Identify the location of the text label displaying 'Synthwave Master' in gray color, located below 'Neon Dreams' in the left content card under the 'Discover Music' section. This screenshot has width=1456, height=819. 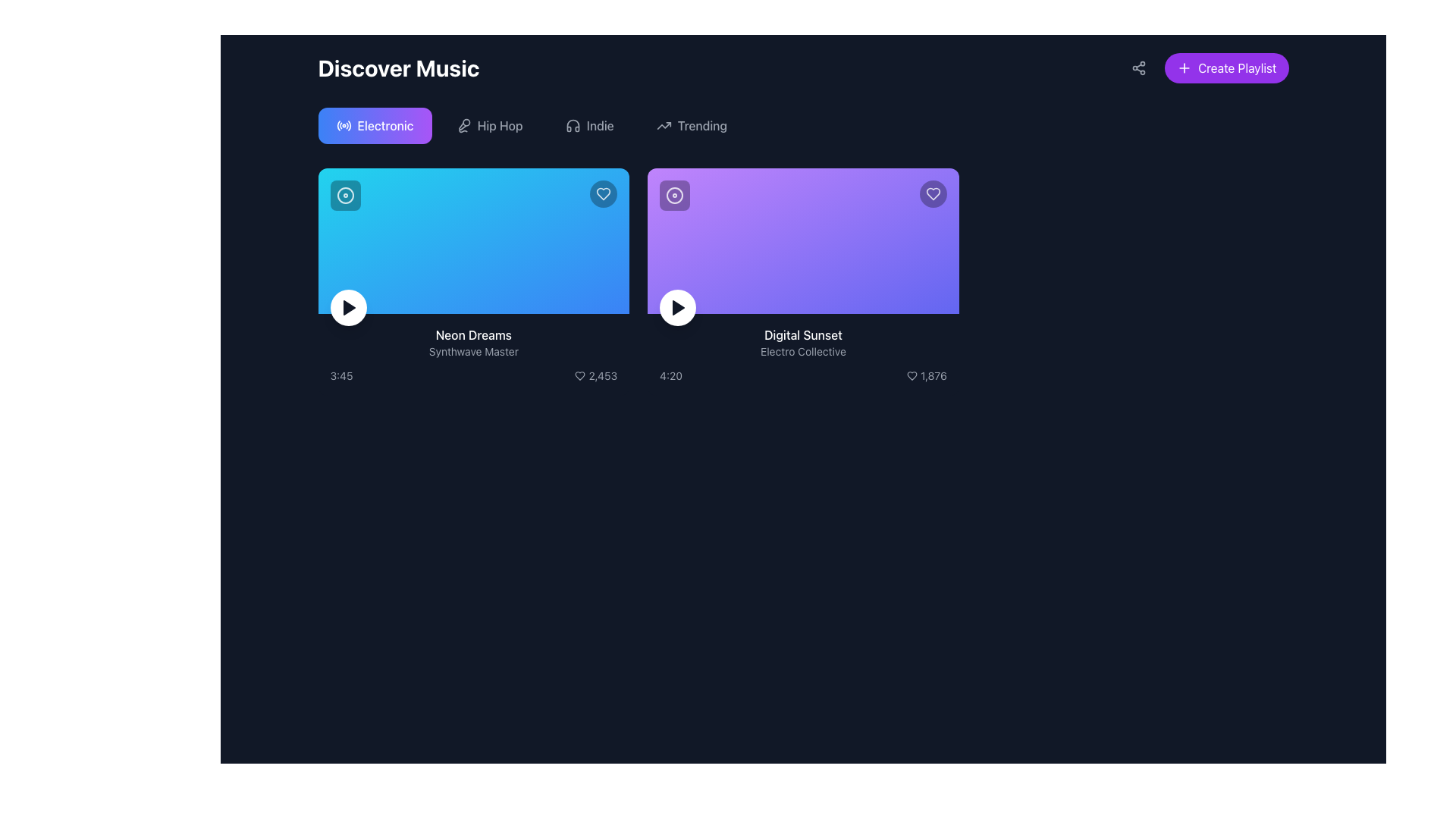
(472, 351).